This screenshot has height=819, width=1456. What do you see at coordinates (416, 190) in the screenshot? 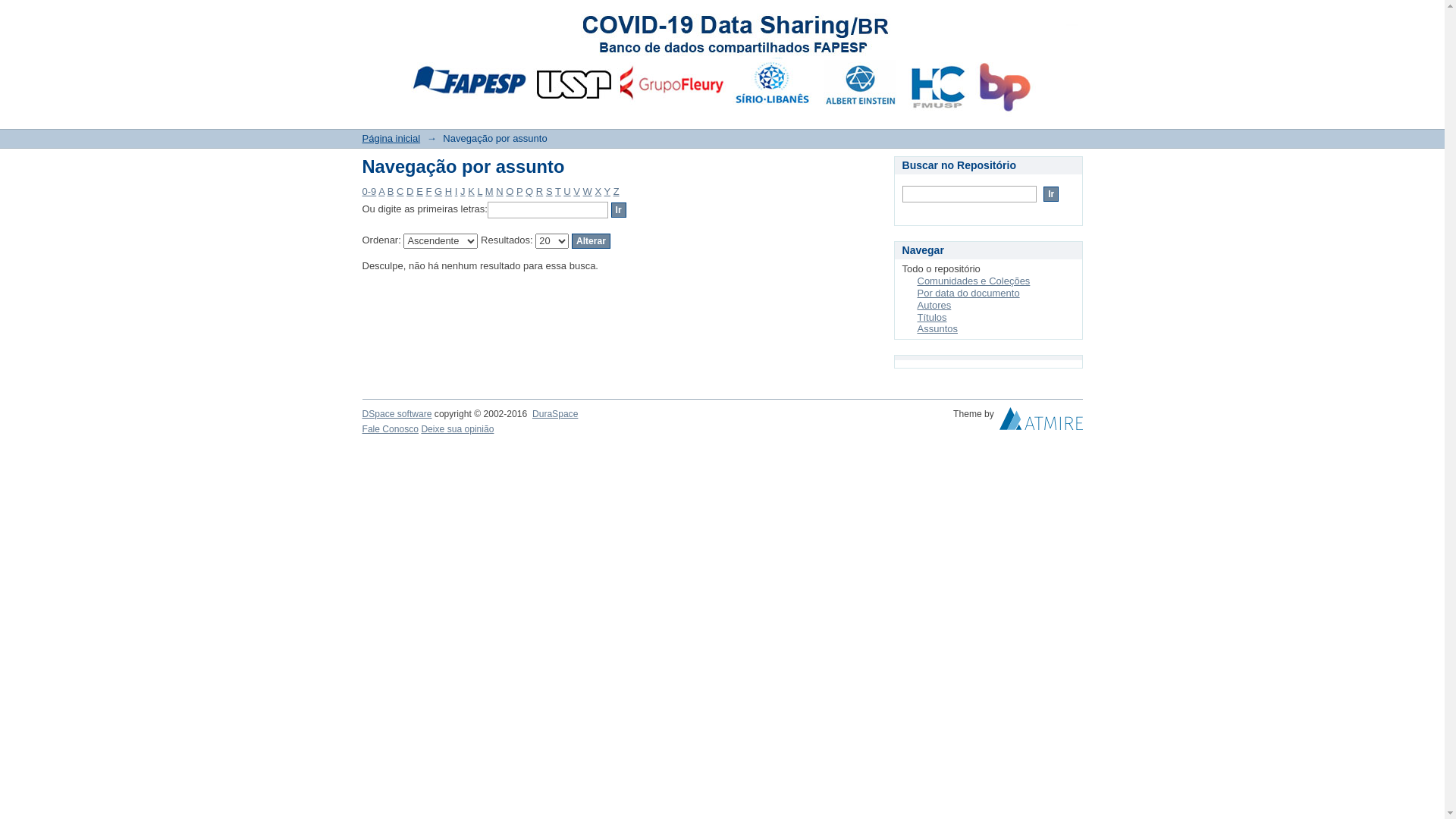
I see `'E'` at bounding box center [416, 190].